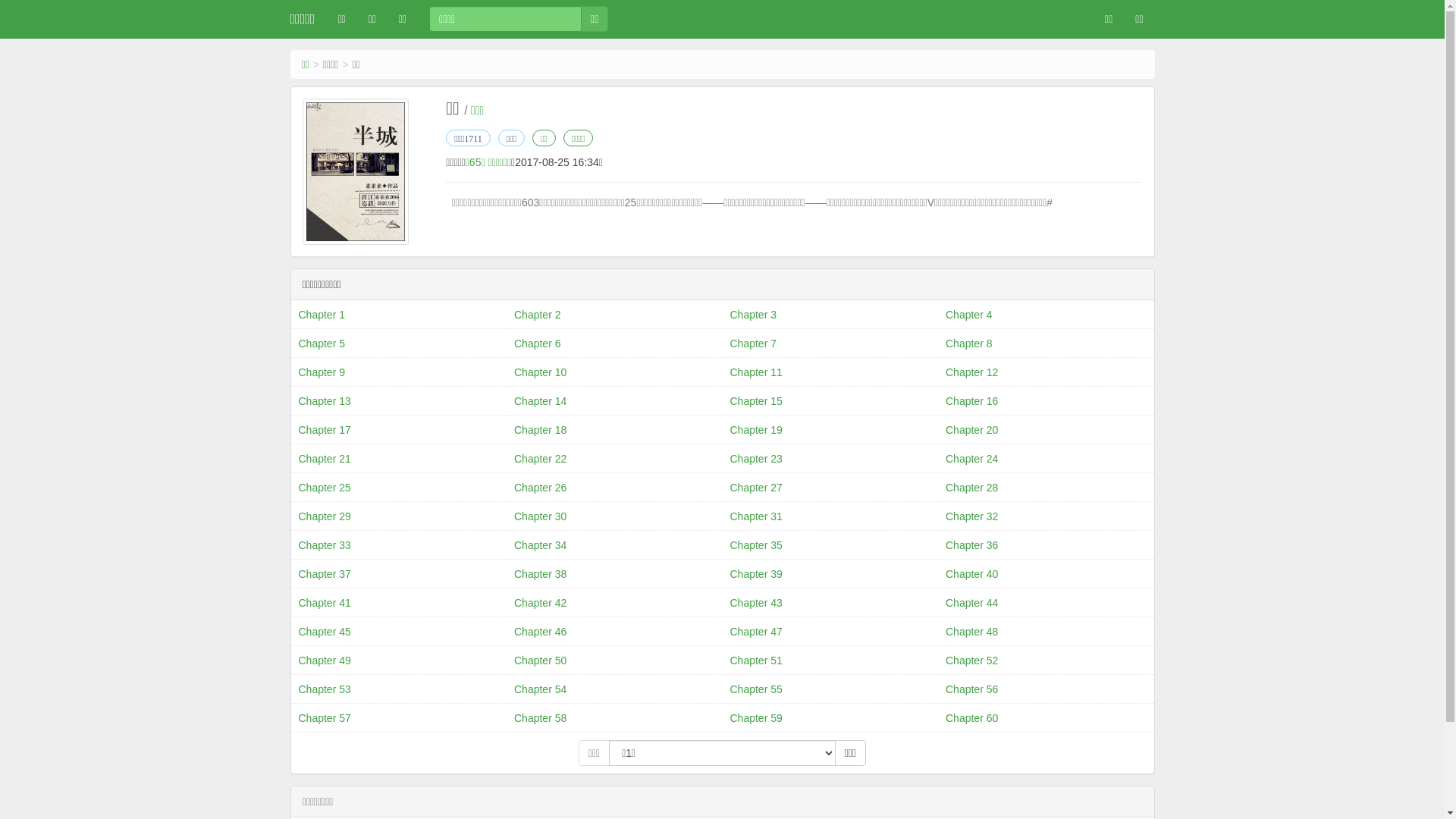 This screenshot has height=819, width=1456. Describe the element at coordinates (1045, 544) in the screenshot. I see `'Chapter 36'` at that location.